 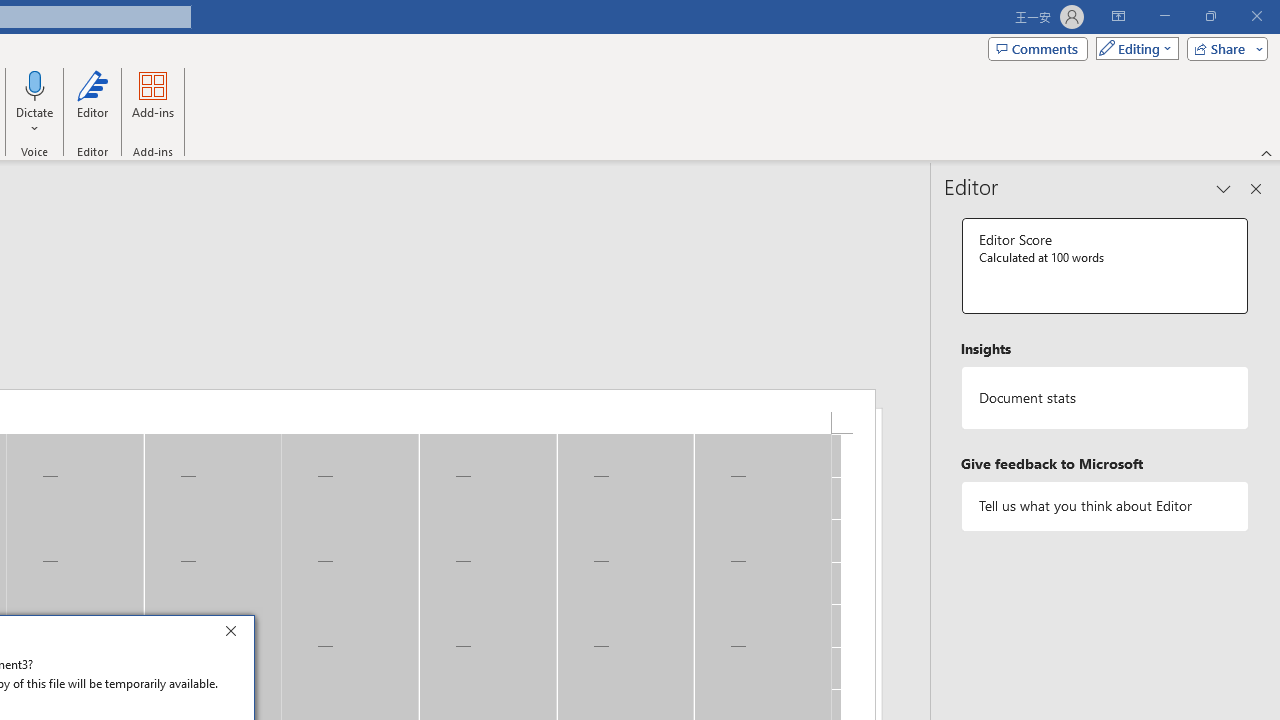 I want to click on 'Document statistics', so click(x=1104, y=398).